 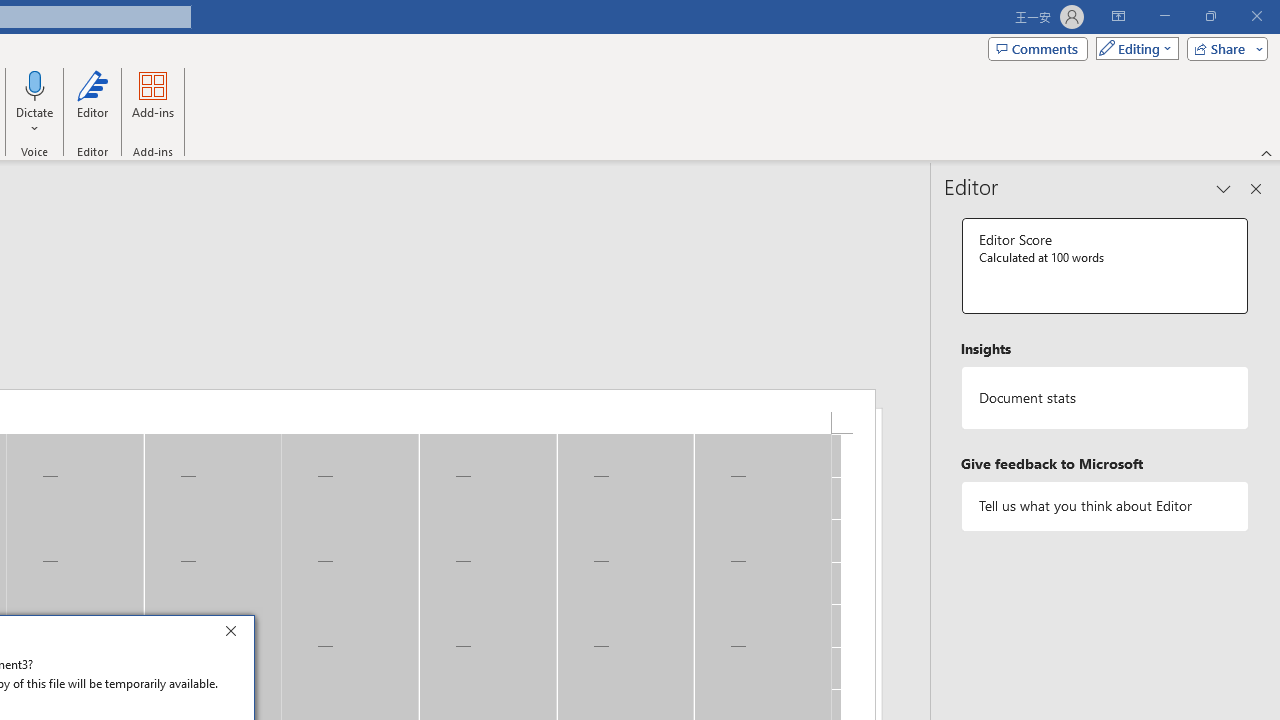 I want to click on 'Document statistics', so click(x=1104, y=398).